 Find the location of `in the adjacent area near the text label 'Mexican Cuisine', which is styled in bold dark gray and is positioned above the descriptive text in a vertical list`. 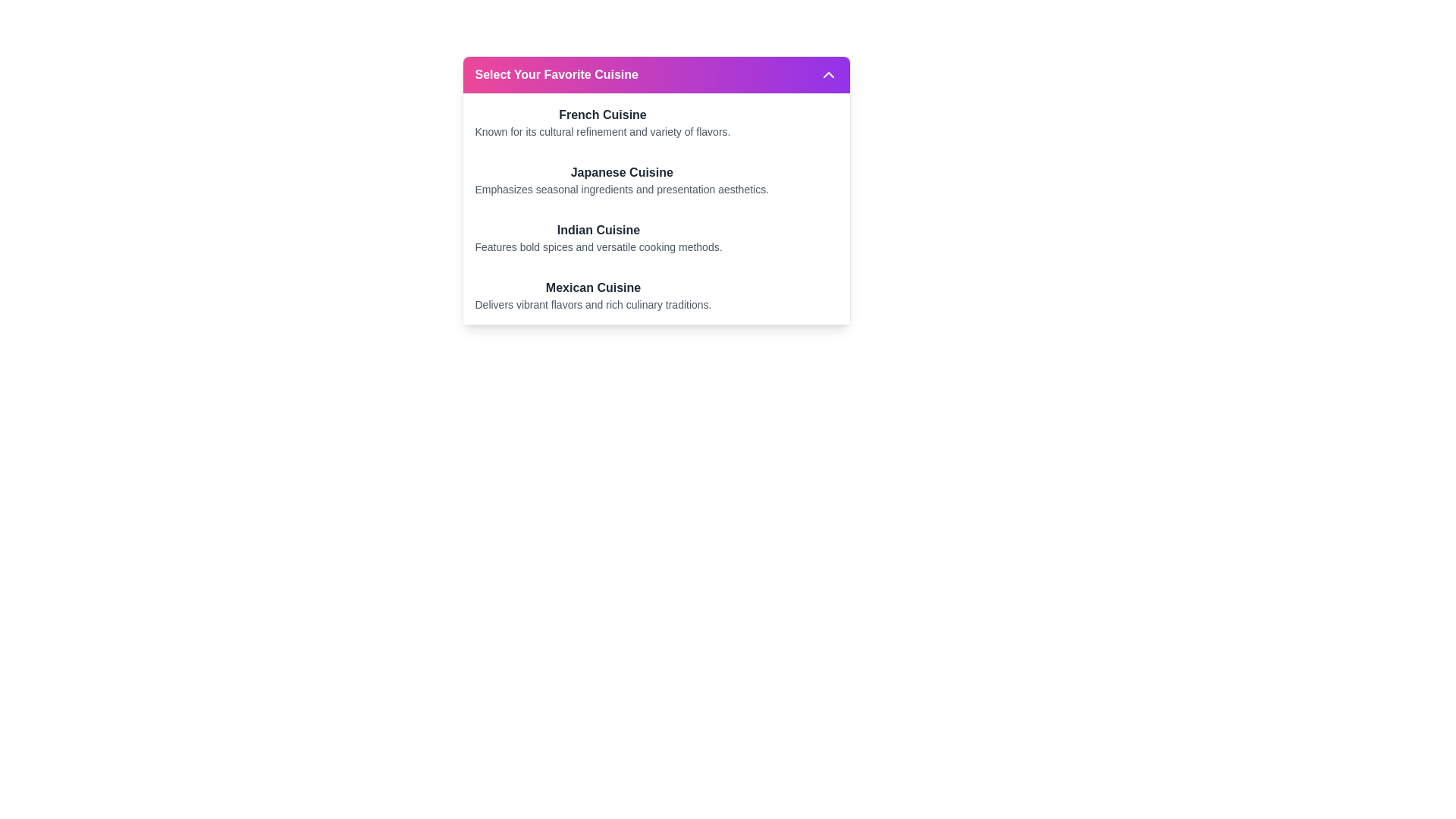

in the adjacent area near the text label 'Mexican Cuisine', which is styled in bold dark gray and is positioned above the descriptive text in a vertical list is located at coordinates (592, 288).